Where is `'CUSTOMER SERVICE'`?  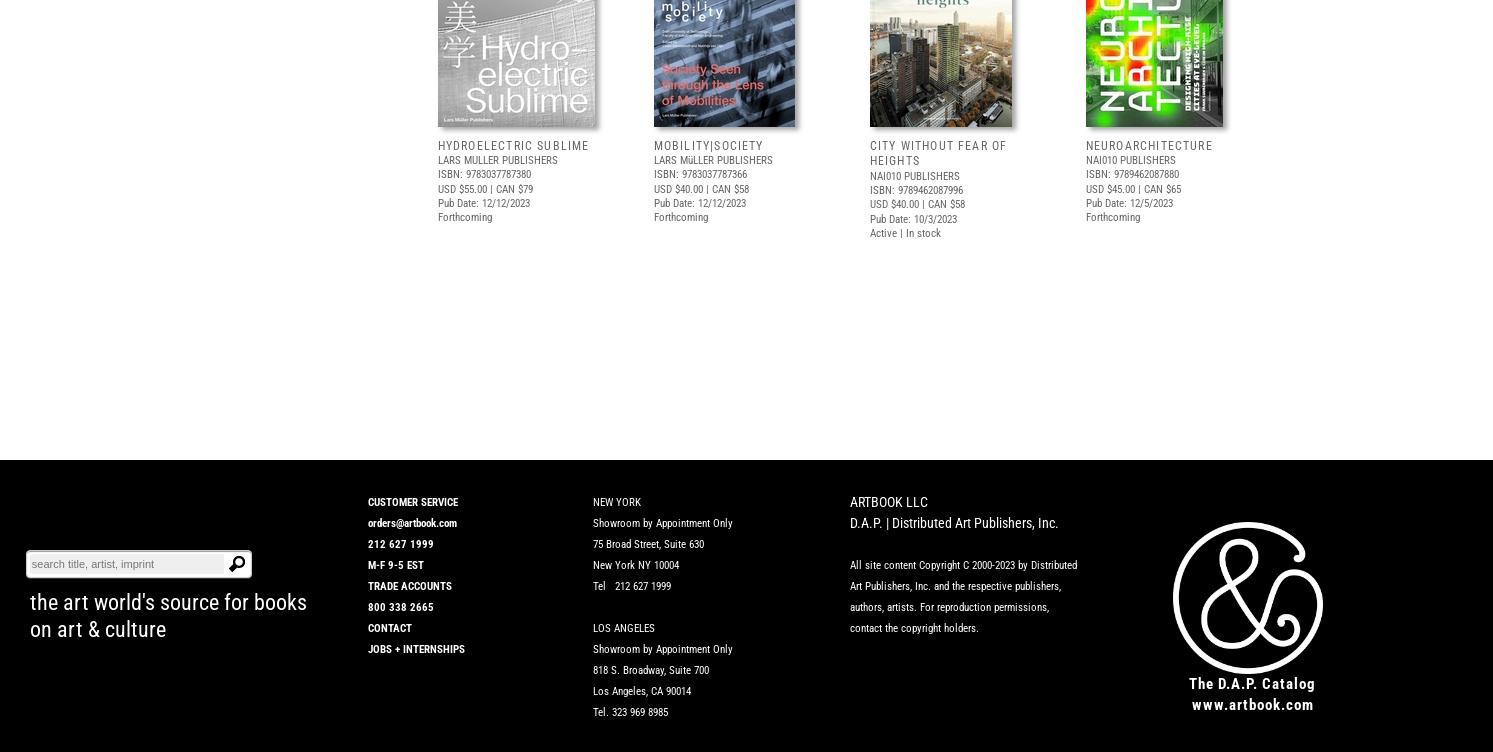
'CUSTOMER SERVICE' is located at coordinates (411, 501).